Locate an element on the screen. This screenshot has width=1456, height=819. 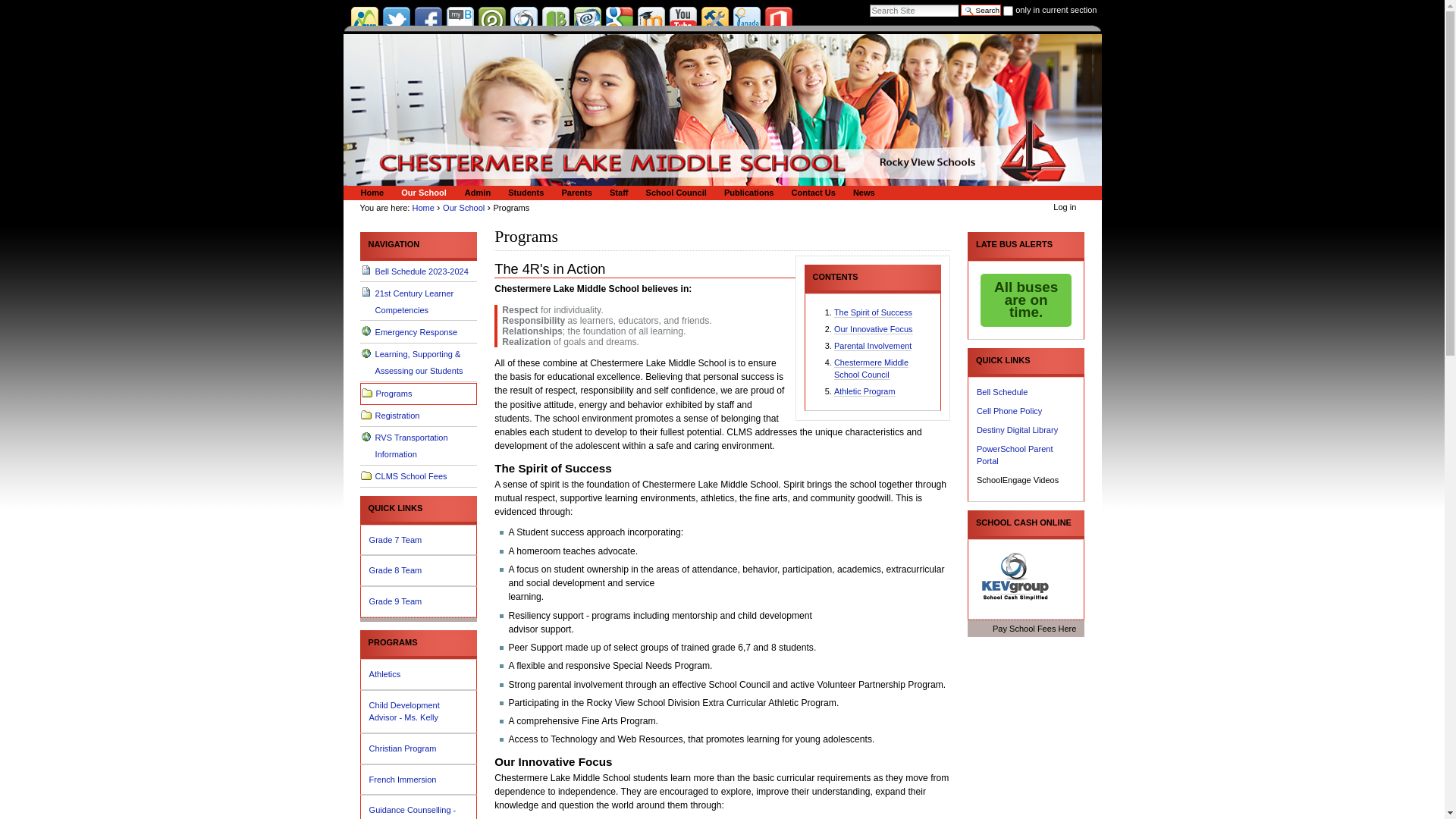
'SchoolEngage Videos' is located at coordinates (1018, 479).